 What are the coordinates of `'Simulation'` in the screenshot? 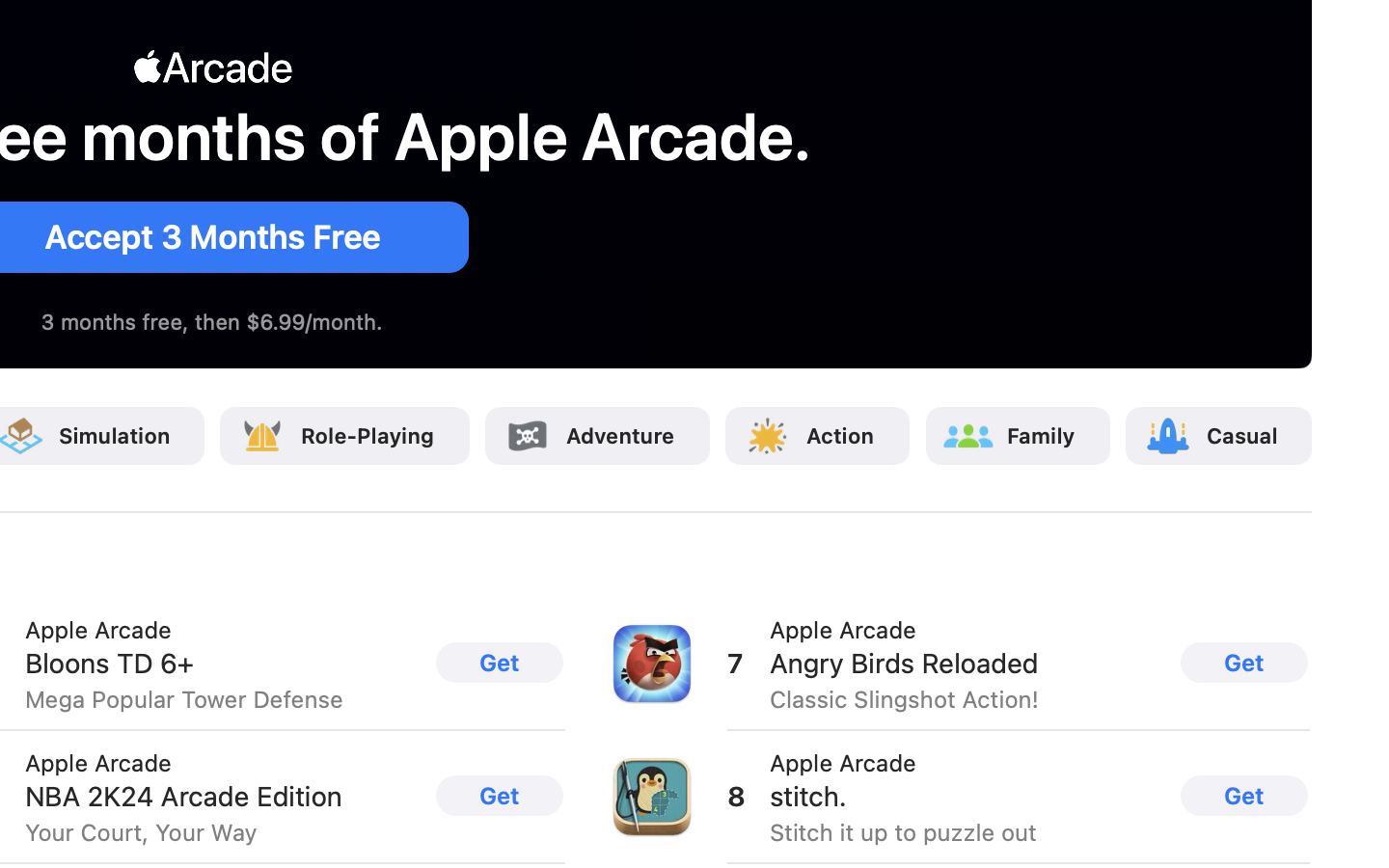 It's located at (113, 434).